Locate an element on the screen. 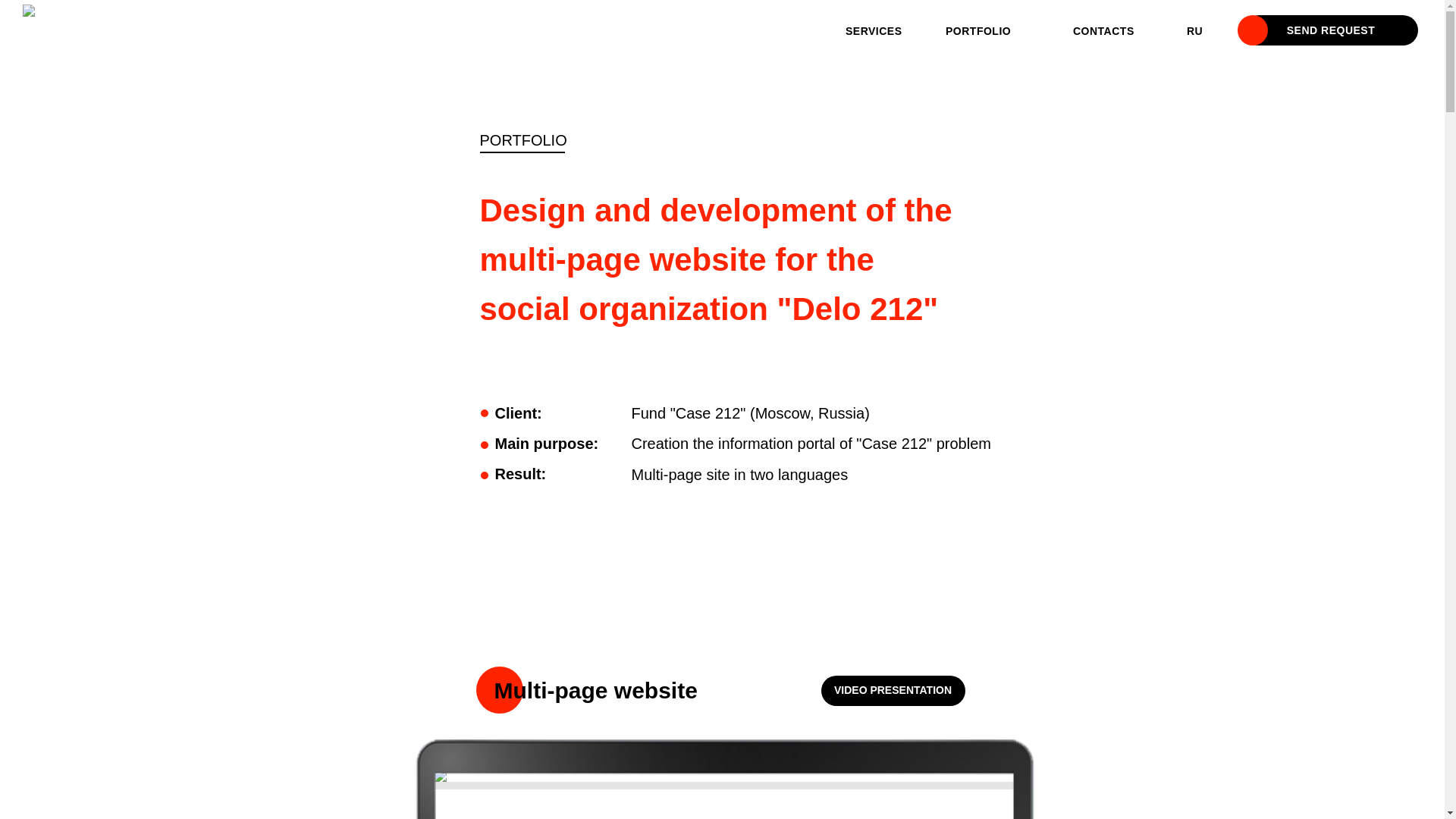  'SERVICES' is located at coordinates (874, 31).